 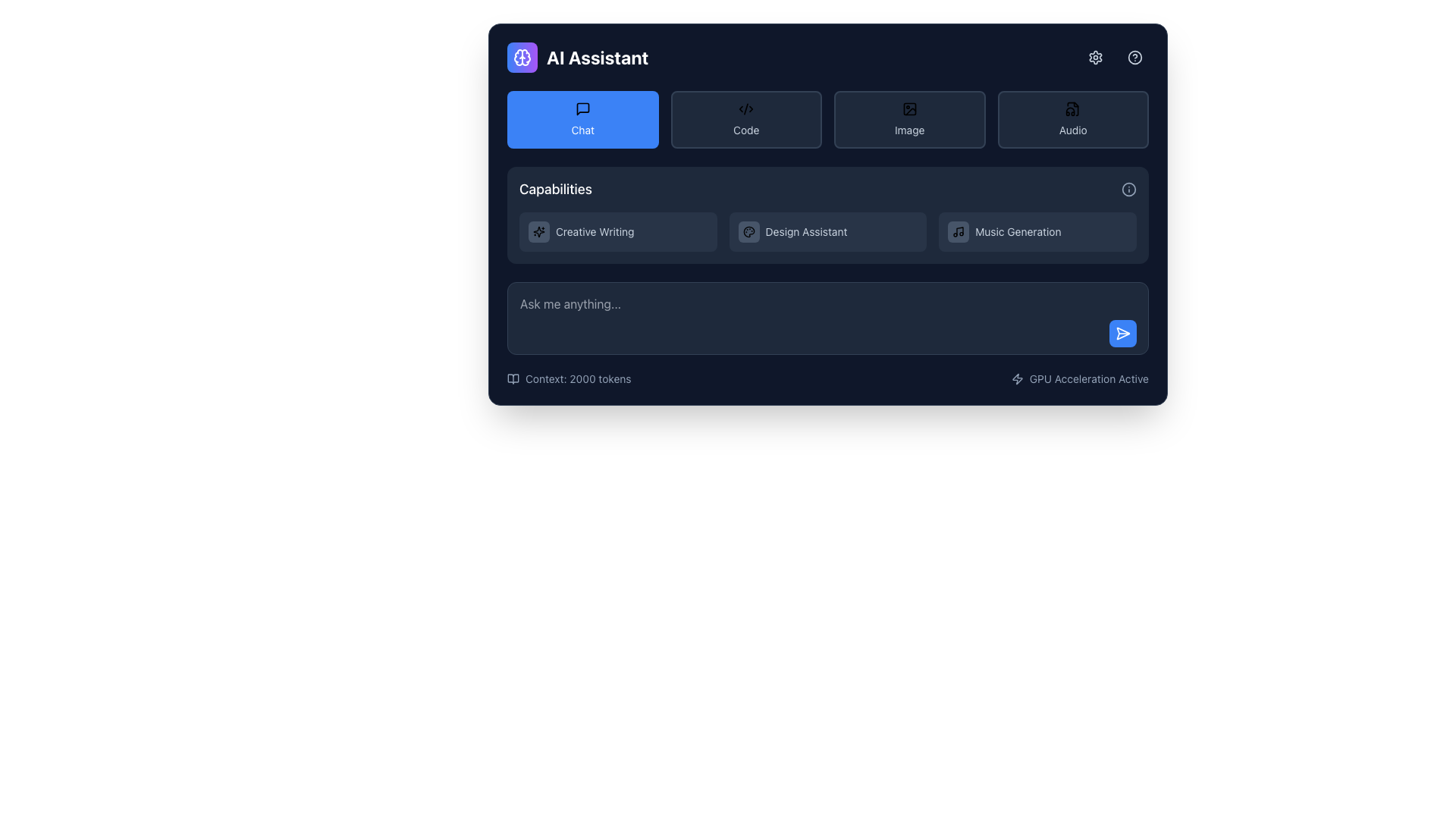 I want to click on the small square-shaped audio waveform icon located above the word 'Audio', so click(x=1072, y=108).